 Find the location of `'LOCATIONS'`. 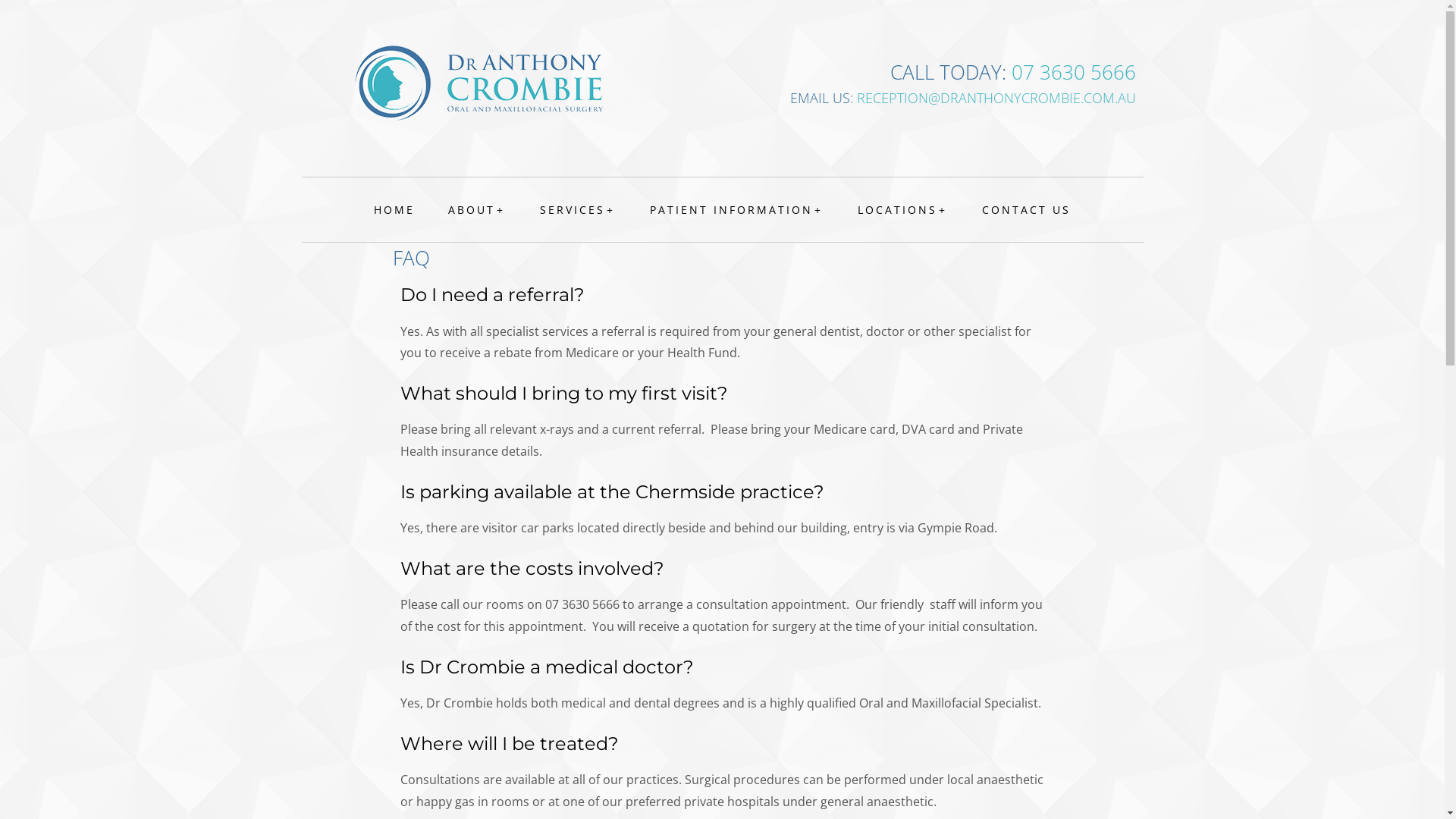

'LOCATIONS' is located at coordinates (902, 209).